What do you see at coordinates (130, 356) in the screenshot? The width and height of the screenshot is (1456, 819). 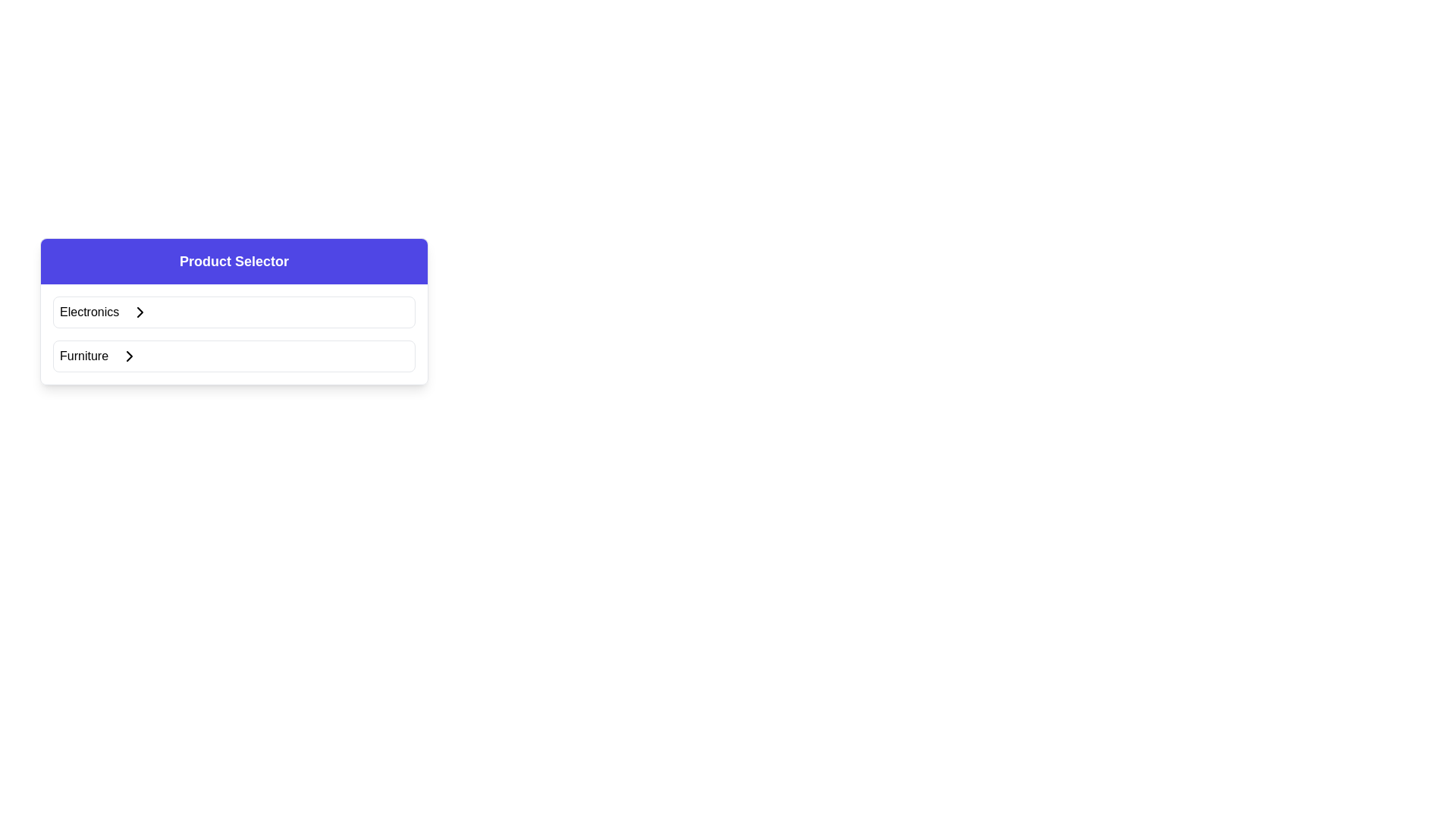 I see `the right-facing chevron icon with a dark stroke and rounded edges located under the 'Product Selector' section after the 'Furniture' text` at bounding box center [130, 356].